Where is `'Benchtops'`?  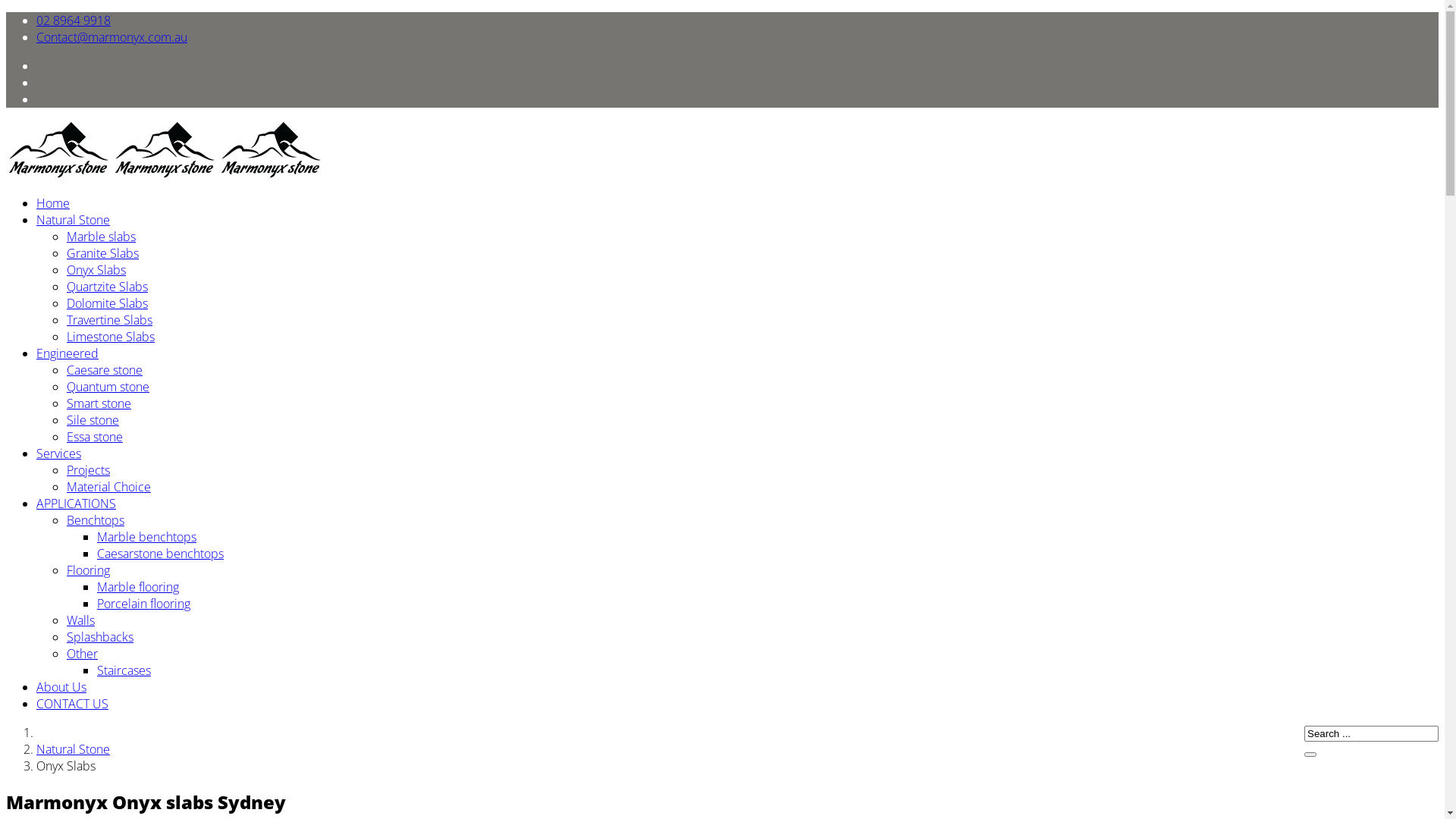
'Benchtops' is located at coordinates (94, 519).